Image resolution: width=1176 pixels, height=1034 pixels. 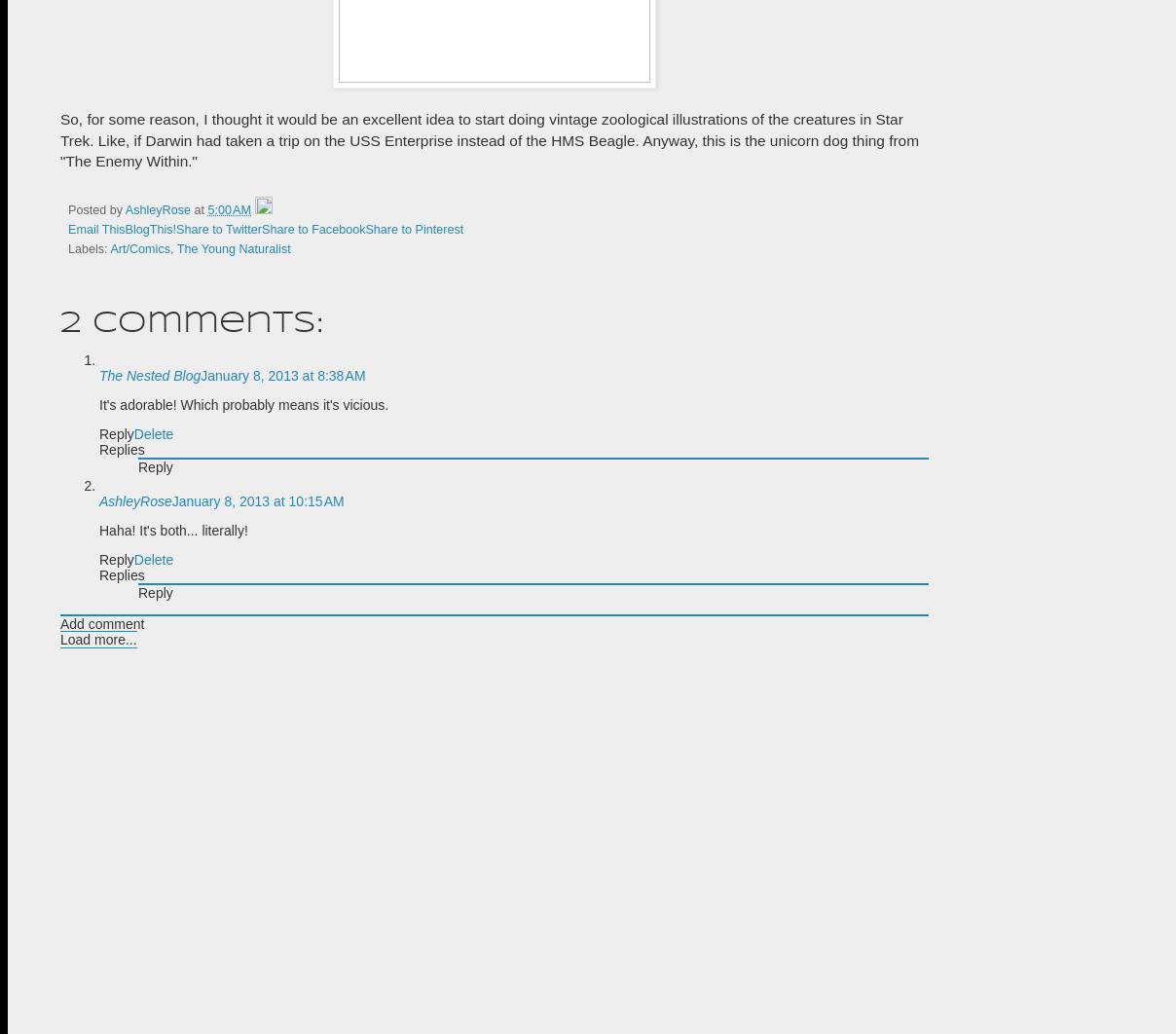 What do you see at coordinates (58, 639) in the screenshot?
I see `'Load more...'` at bounding box center [58, 639].